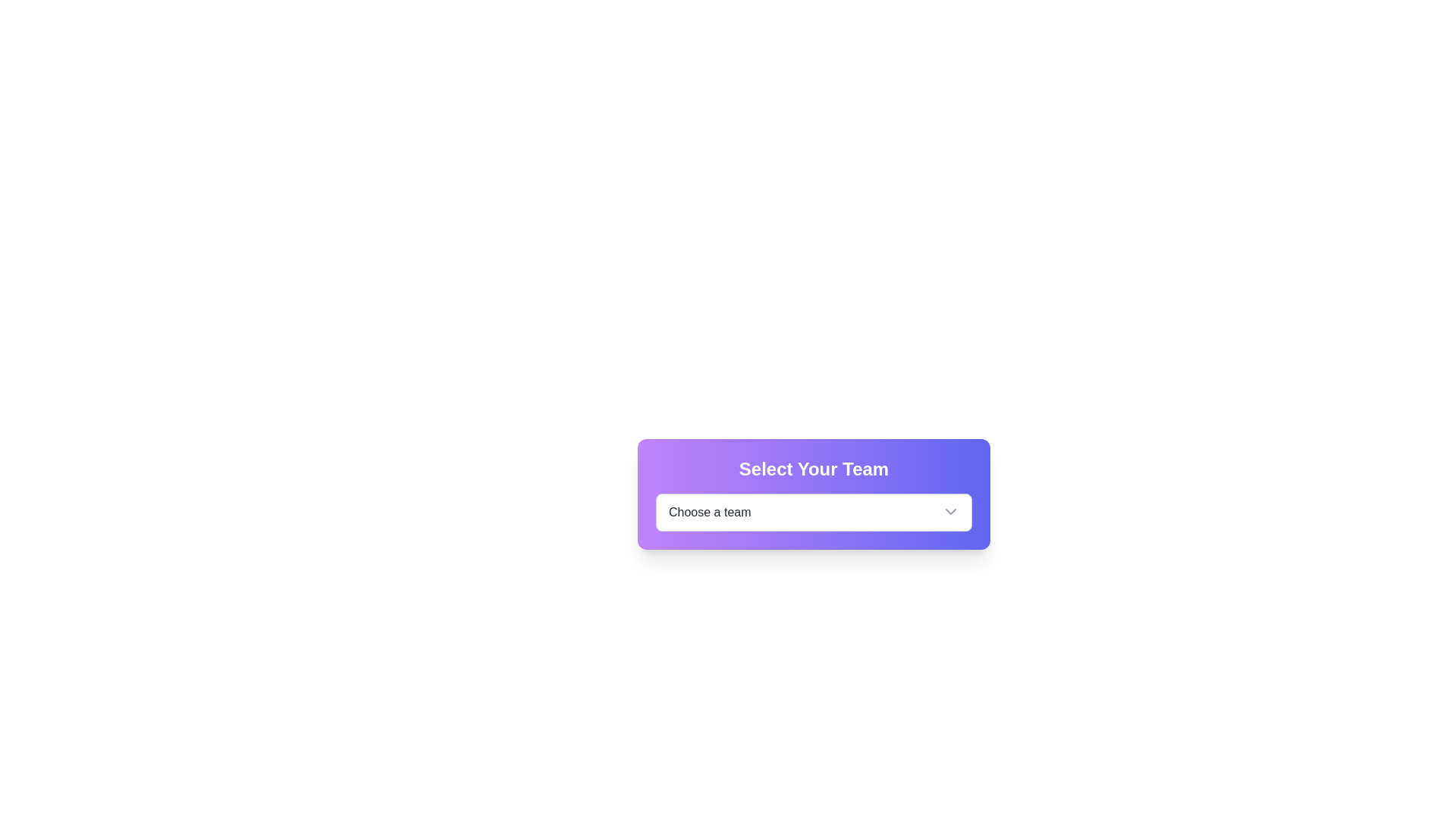  Describe the element at coordinates (813, 512) in the screenshot. I see `the dropdown menu located centrally at the bottom of the rectangular card with a gradient background, labeled 'Select Your Team'` at that location.